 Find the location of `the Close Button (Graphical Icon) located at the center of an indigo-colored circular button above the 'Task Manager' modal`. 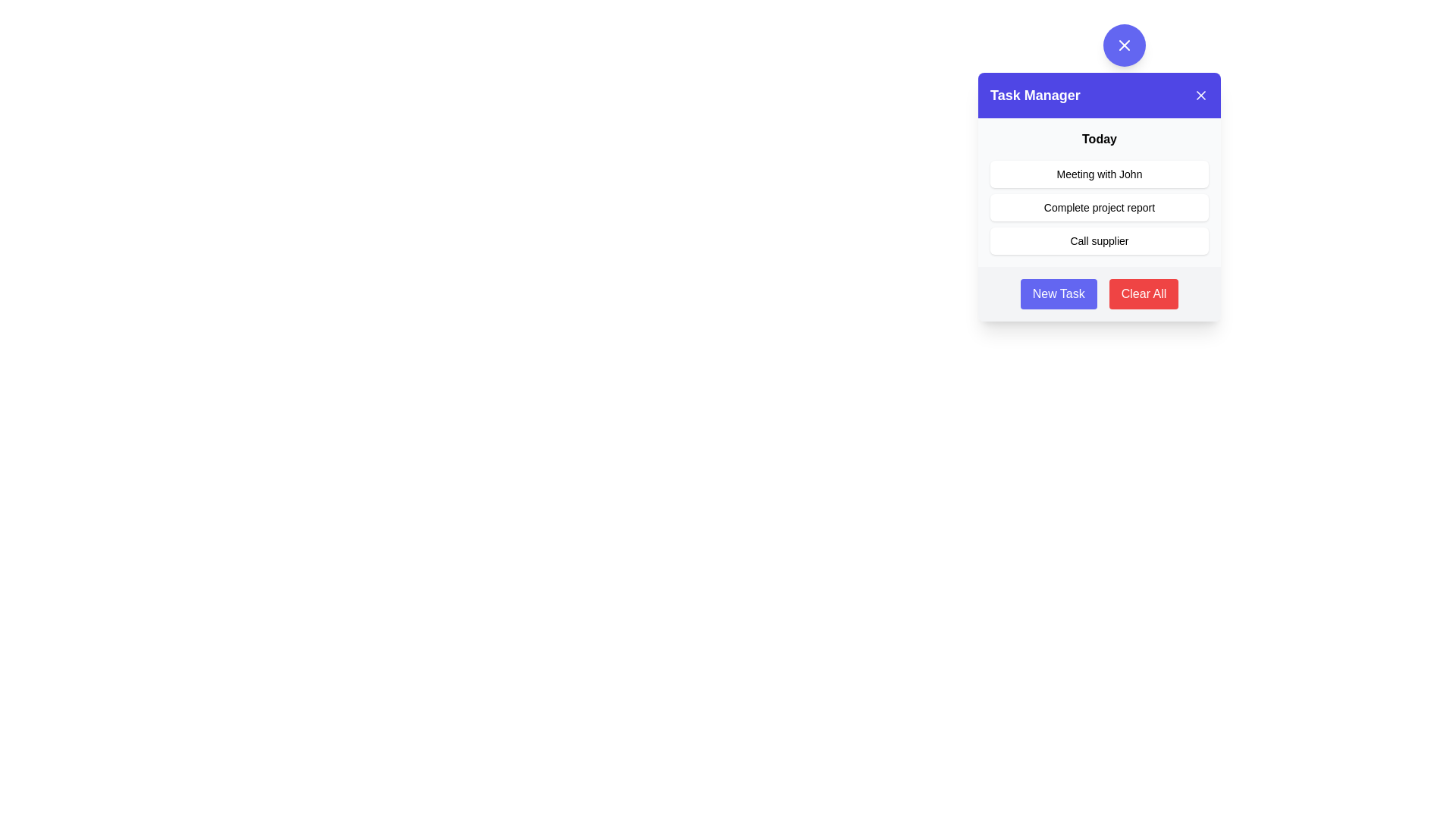

the Close Button (Graphical Icon) located at the center of an indigo-colored circular button above the 'Task Manager' modal is located at coordinates (1124, 45).